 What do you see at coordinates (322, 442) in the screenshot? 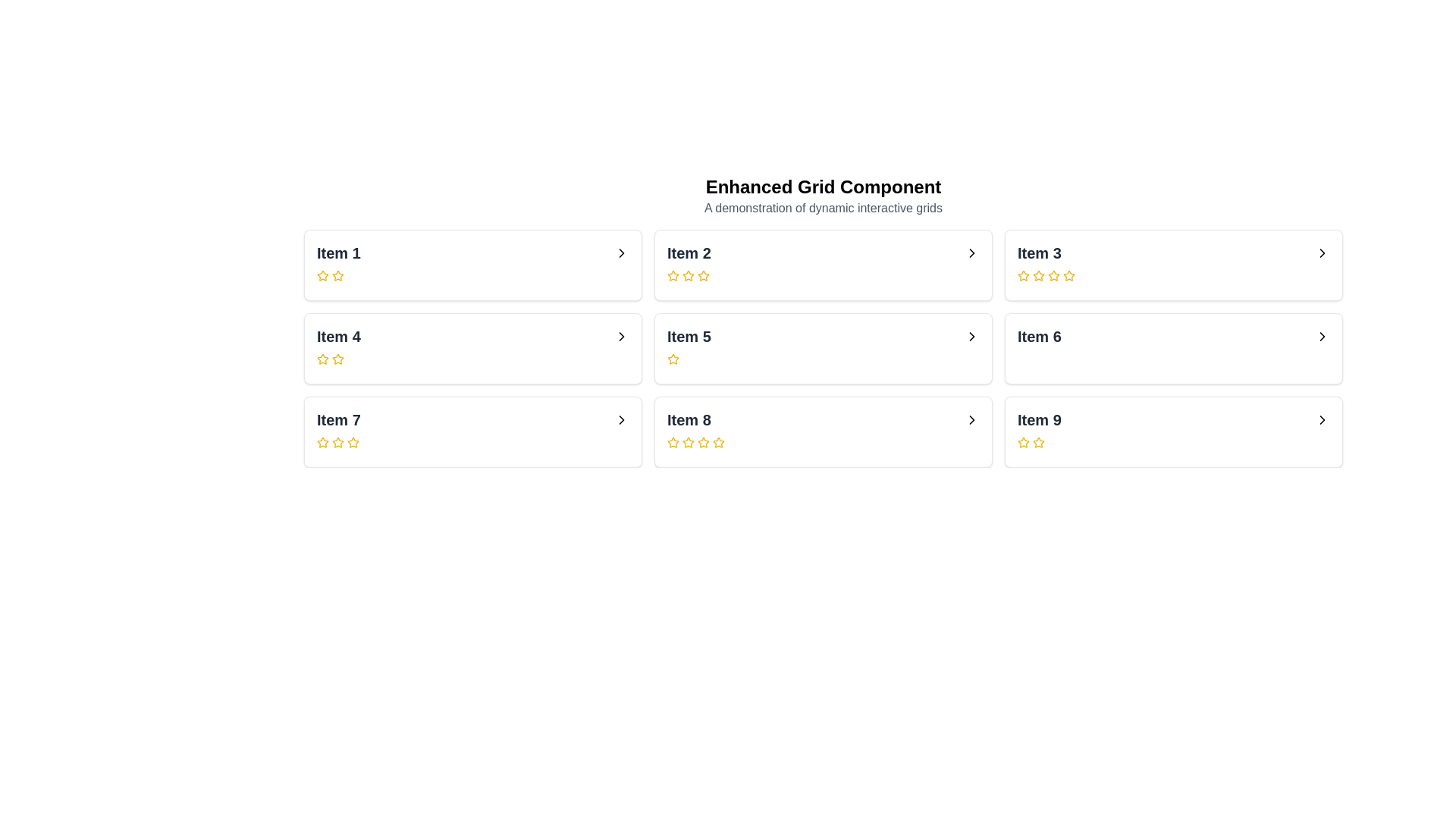
I see `the second empty star icon in the rating system of the 'Item 7' card, outlined in yellow, located in the first column, third row of the grid layout` at bounding box center [322, 442].